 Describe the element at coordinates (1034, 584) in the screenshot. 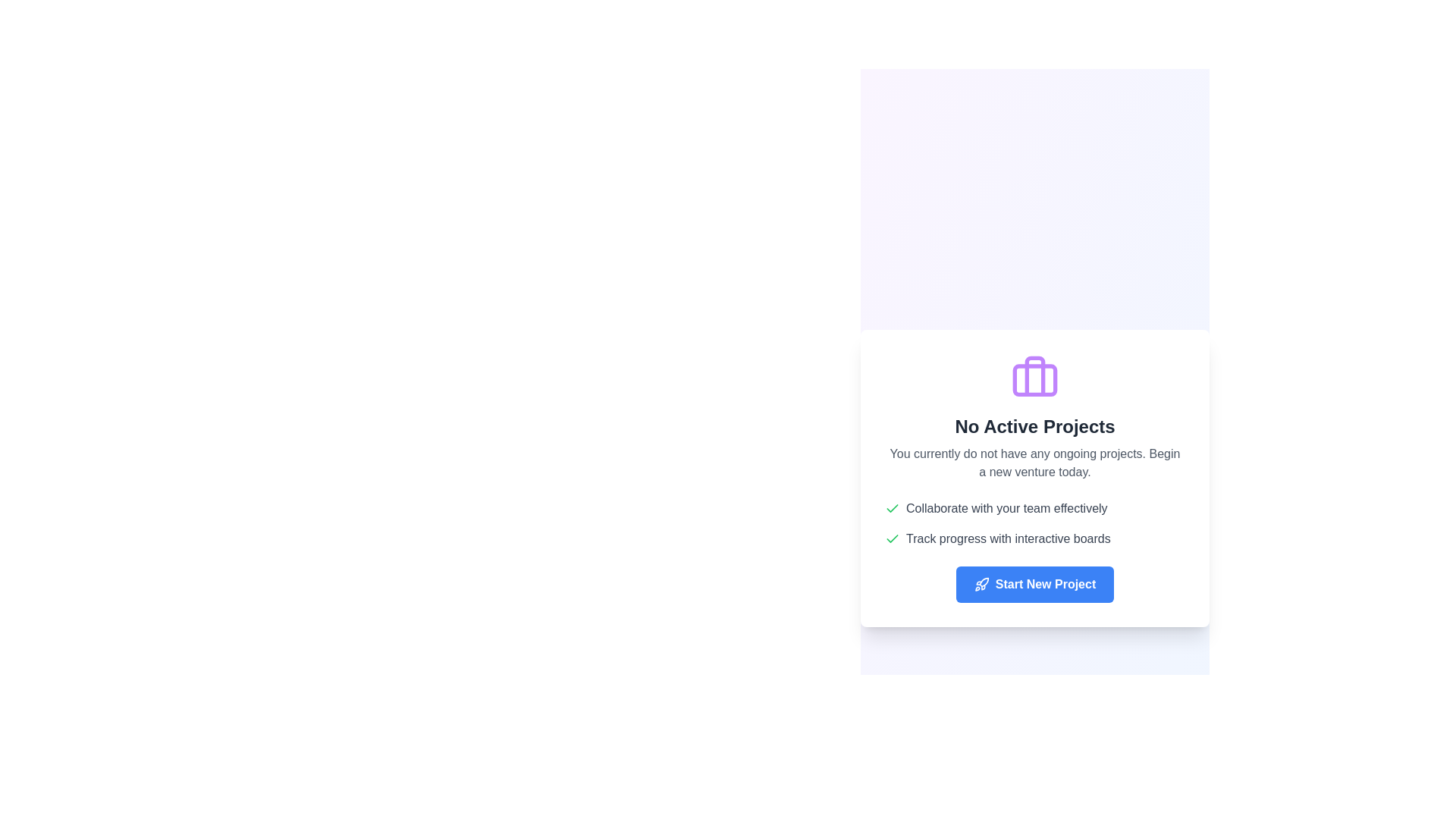

I see `the 'Start New Project' button with a bright blue background and a rocket icon` at that location.